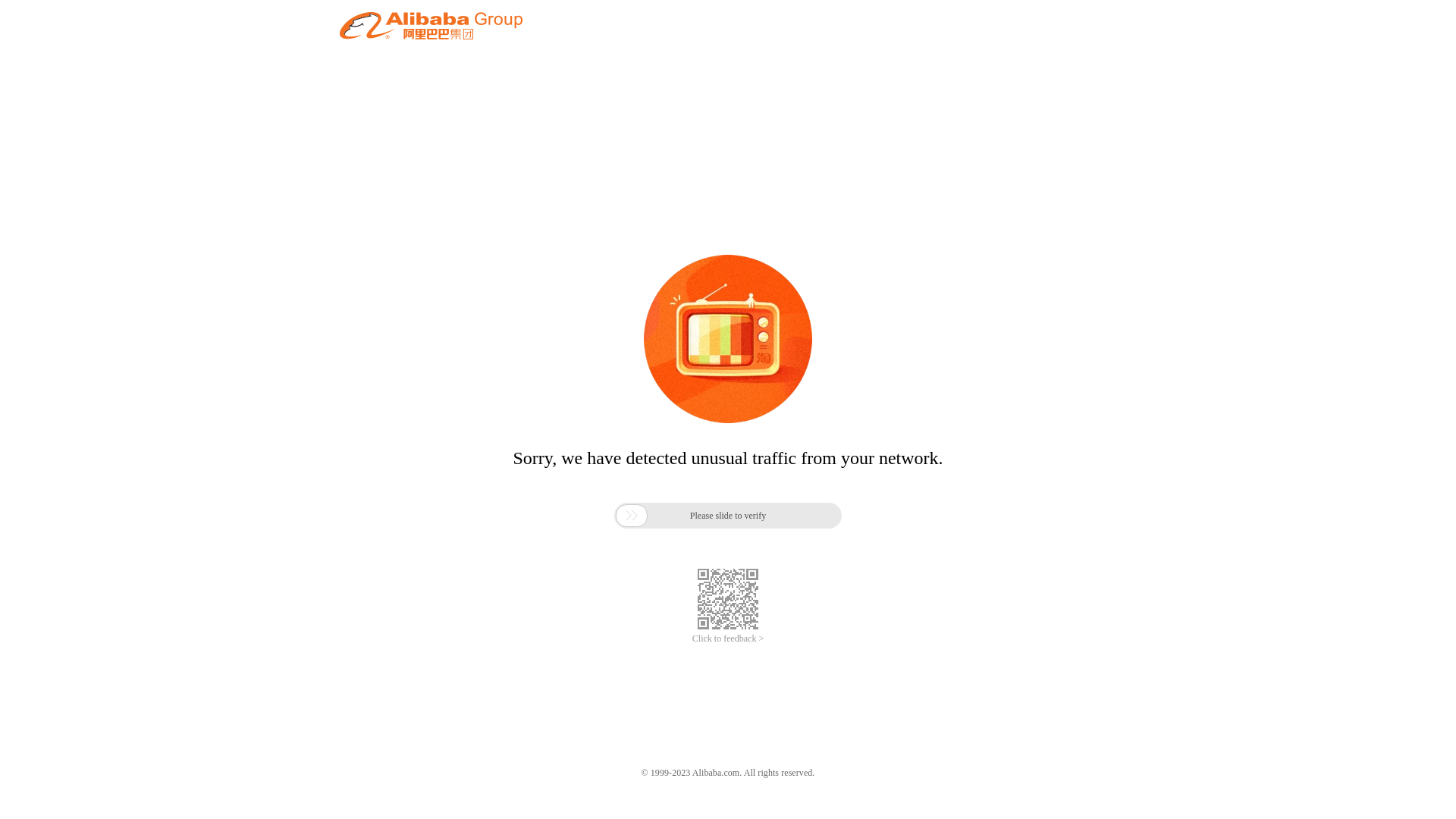 This screenshot has width=1456, height=819. Describe the element at coordinates (728, 639) in the screenshot. I see `'Click to feedback >'` at that location.